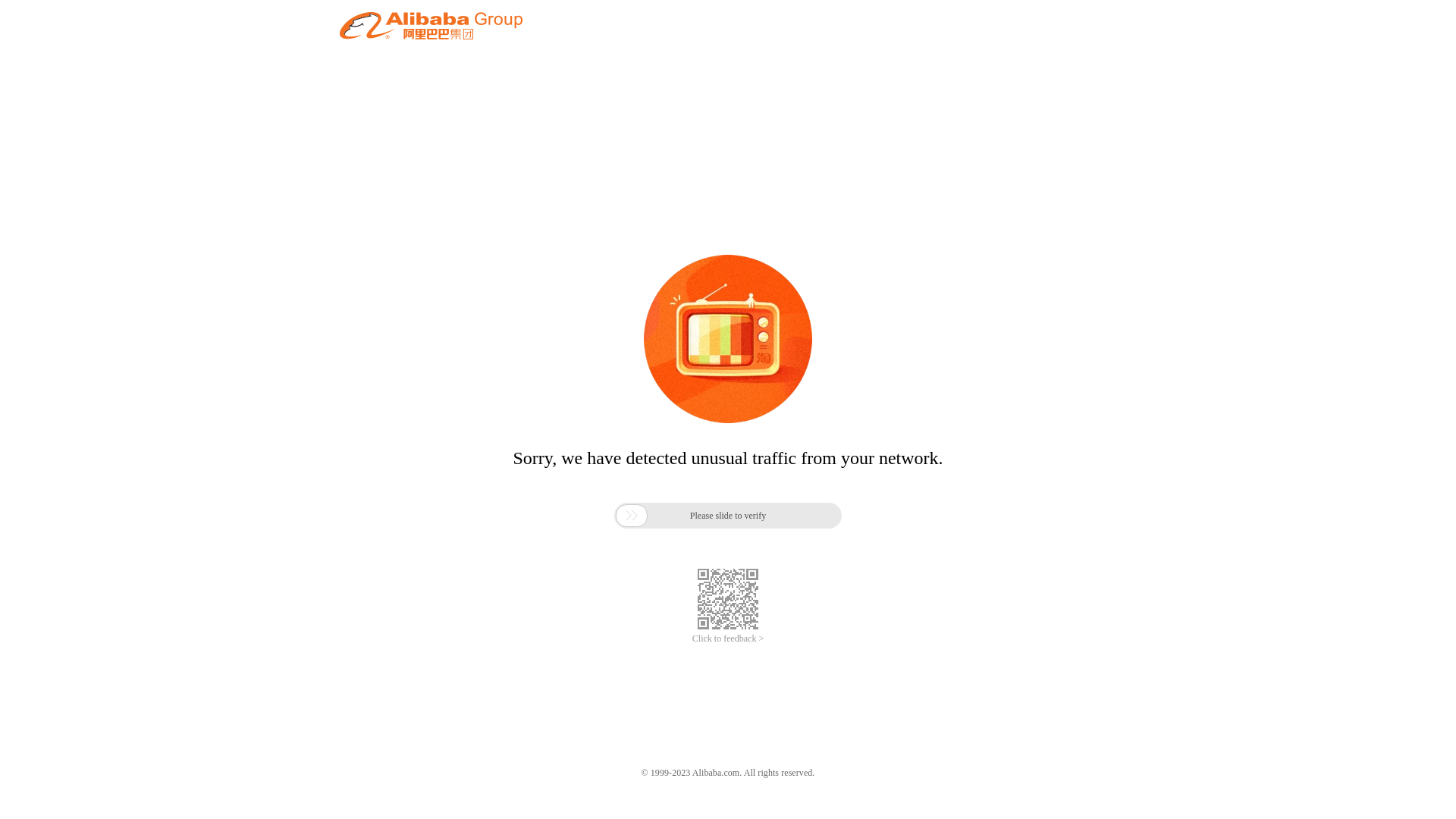 This screenshot has width=1456, height=819. Describe the element at coordinates (728, 639) in the screenshot. I see `'Click to feedback >'` at that location.